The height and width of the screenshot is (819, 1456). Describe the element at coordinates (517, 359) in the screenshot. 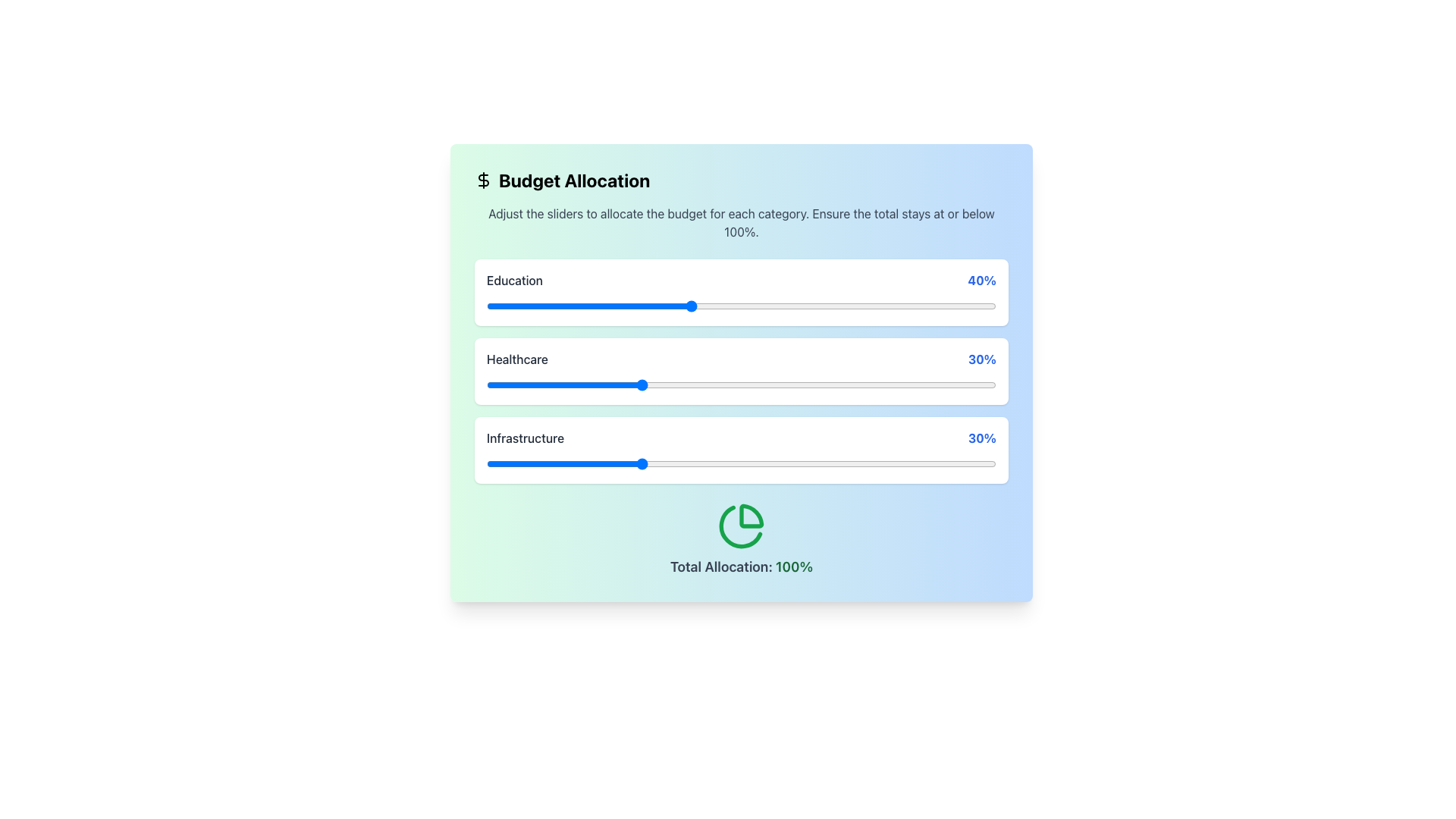

I see `the 'Healthcare' budget allocation text label, which is positioned to the left of the progress bar and percentage value '30%', located in the second entry of the vertical list of budget categories` at that location.